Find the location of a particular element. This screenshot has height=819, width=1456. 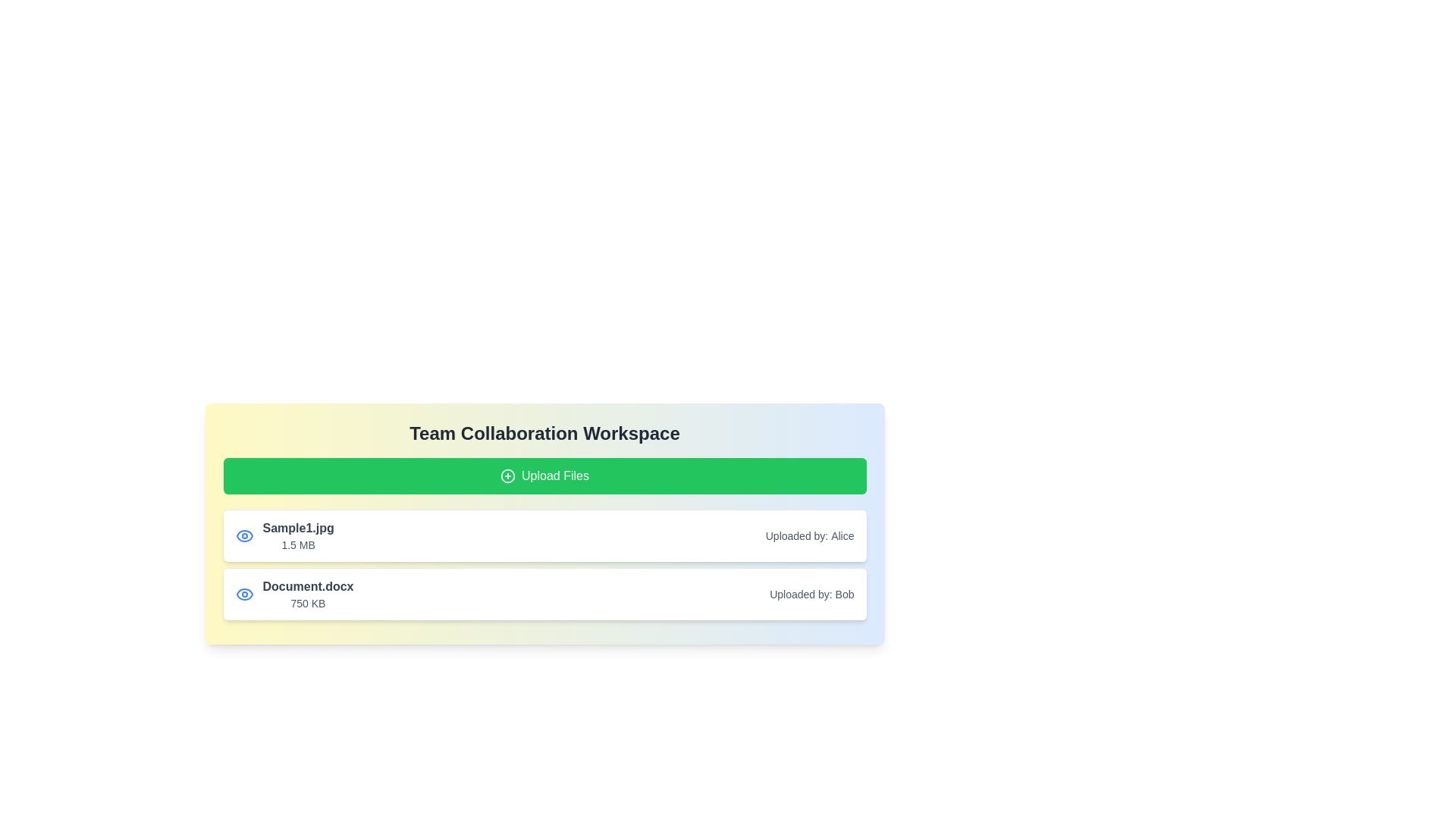

the text label displaying the name and size of the document in the file management interface is located at coordinates (294, 593).